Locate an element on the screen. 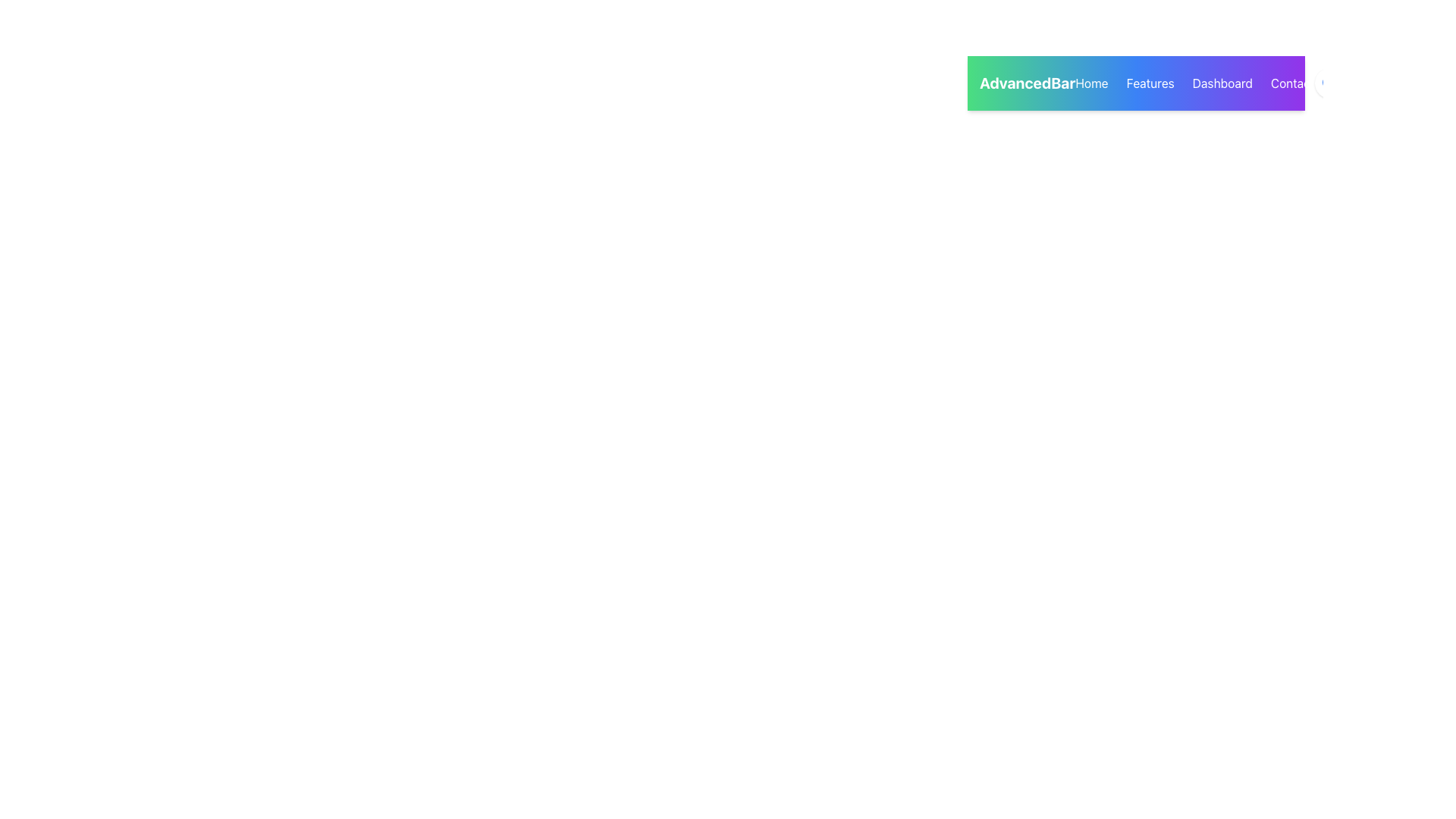 The height and width of the screenshot is (819, 1456). the 'Dashboard' text link in the navigation bar is located at coordinates (1222, 83).